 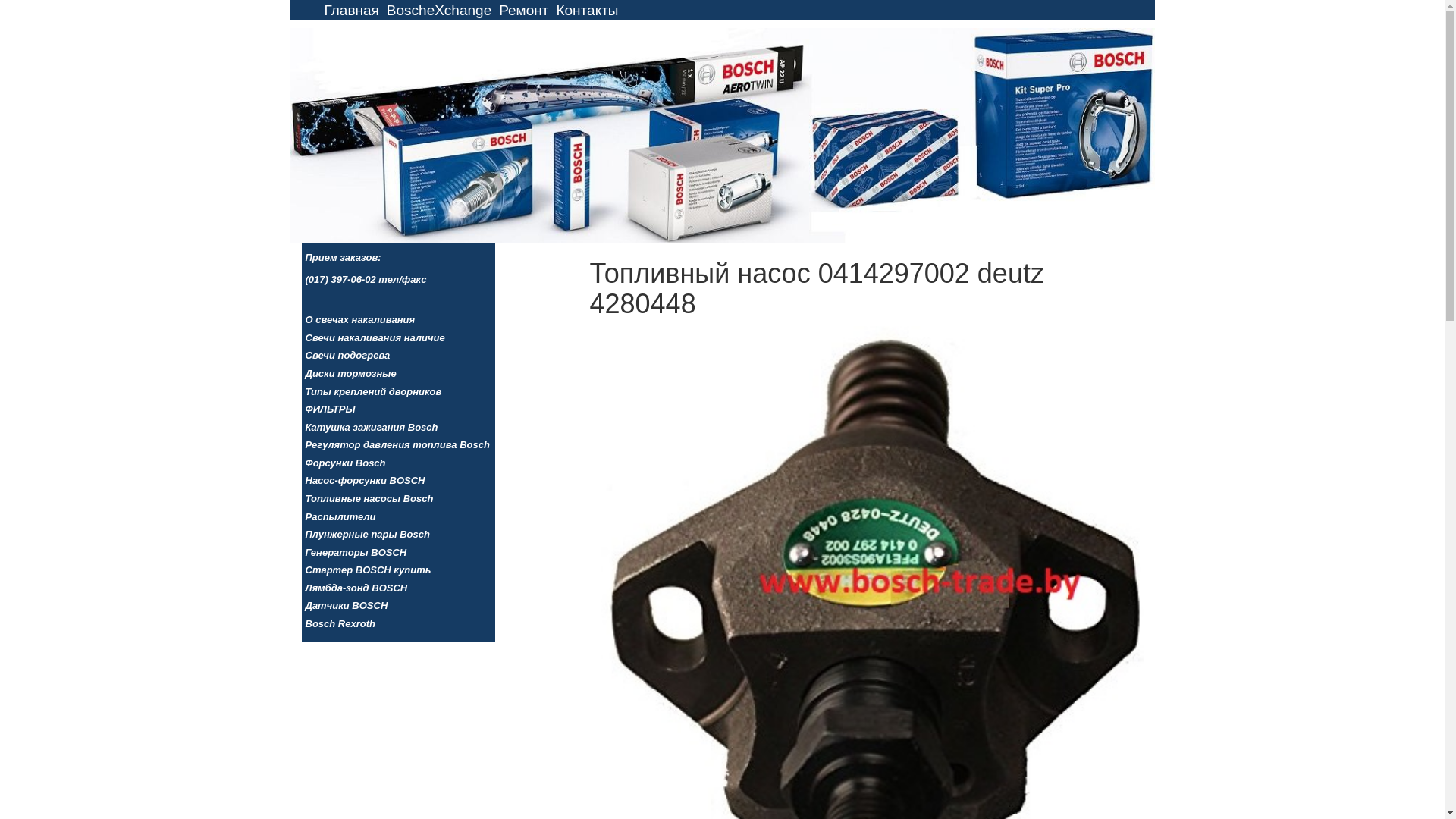 What do you see at coordinates (304, 624) in the screenshot?
I see `'Bosch Rexroth'` at bounding box center [304, 624].